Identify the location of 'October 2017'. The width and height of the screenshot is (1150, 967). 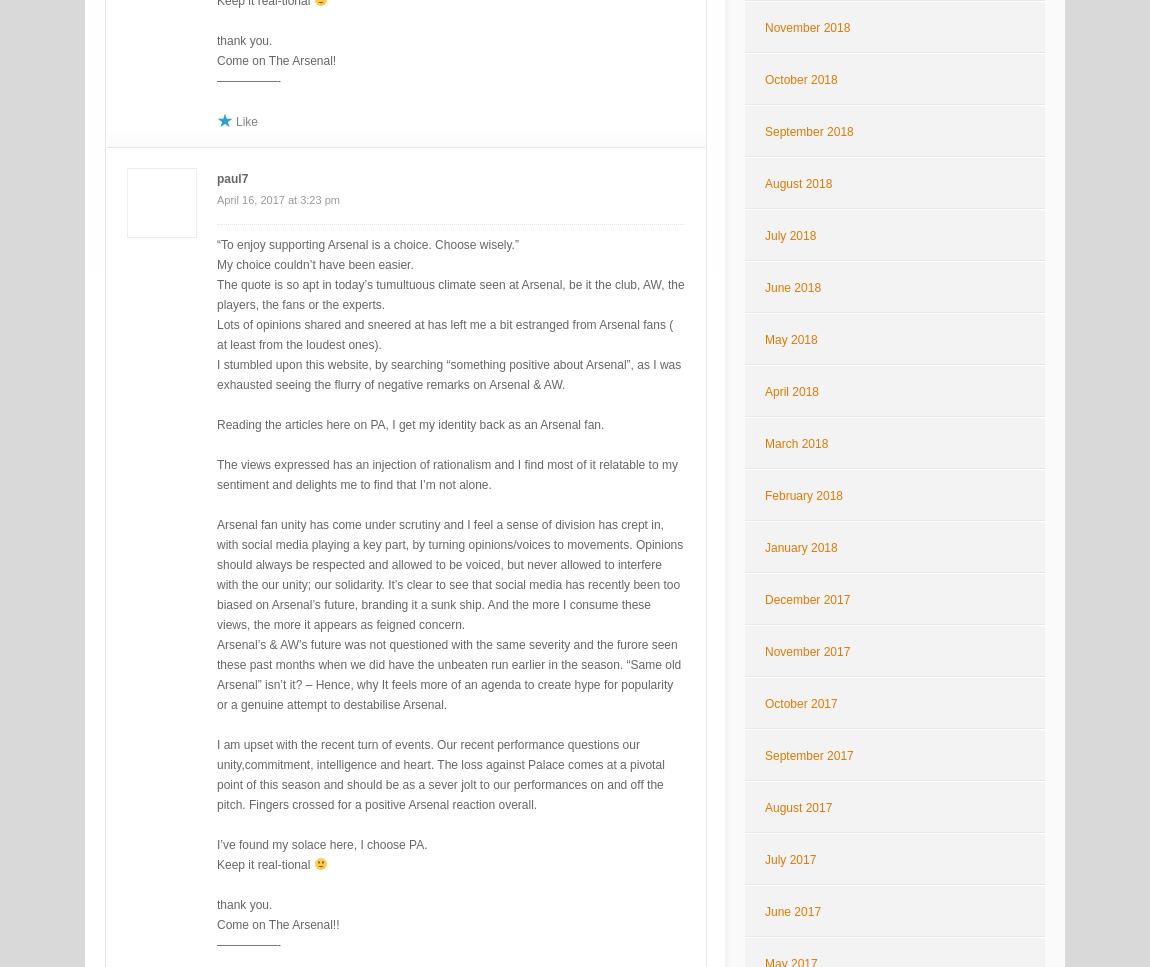
(799, 703).